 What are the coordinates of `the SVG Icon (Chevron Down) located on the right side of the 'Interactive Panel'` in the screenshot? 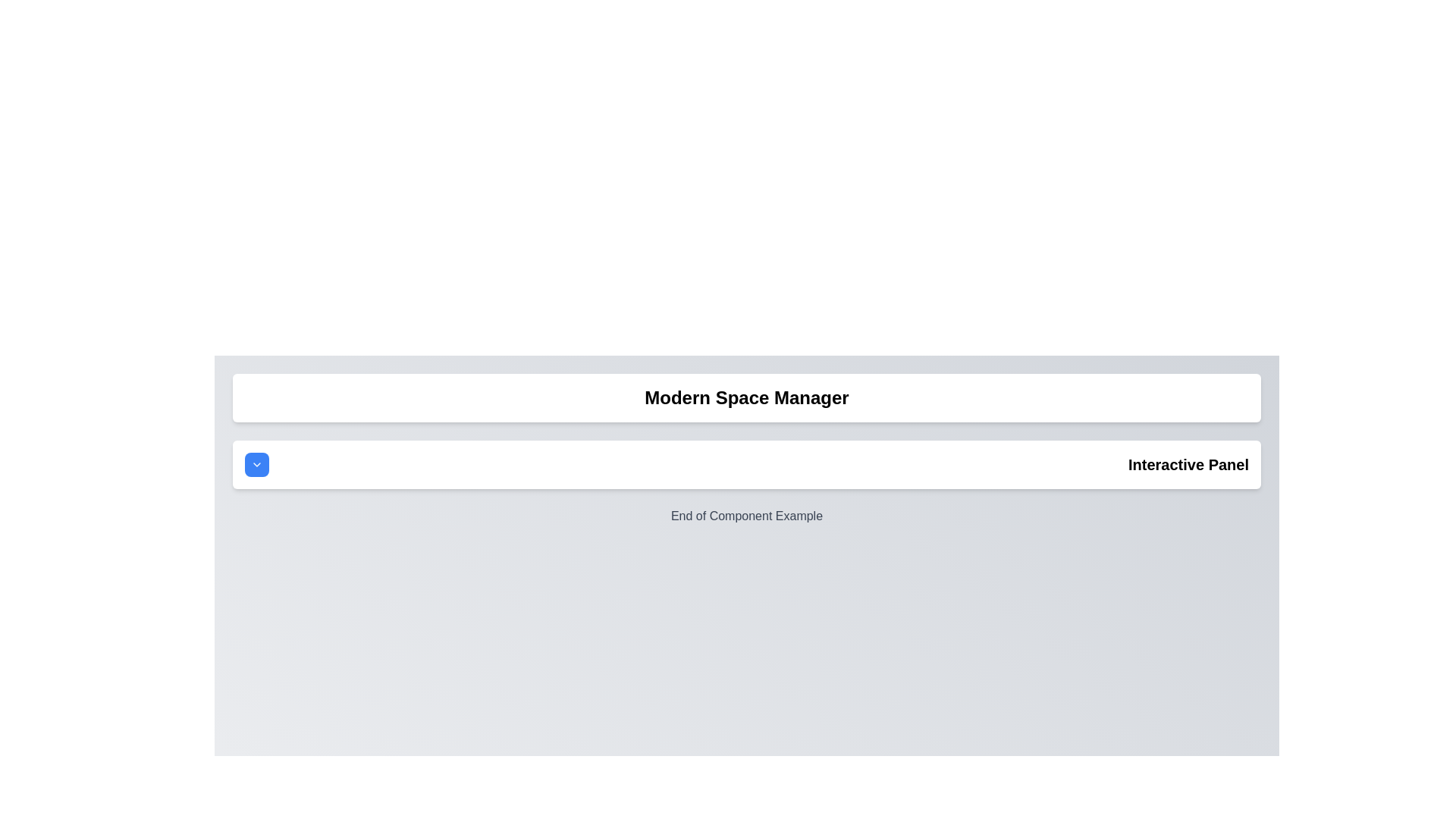 It's located at (257, 464).